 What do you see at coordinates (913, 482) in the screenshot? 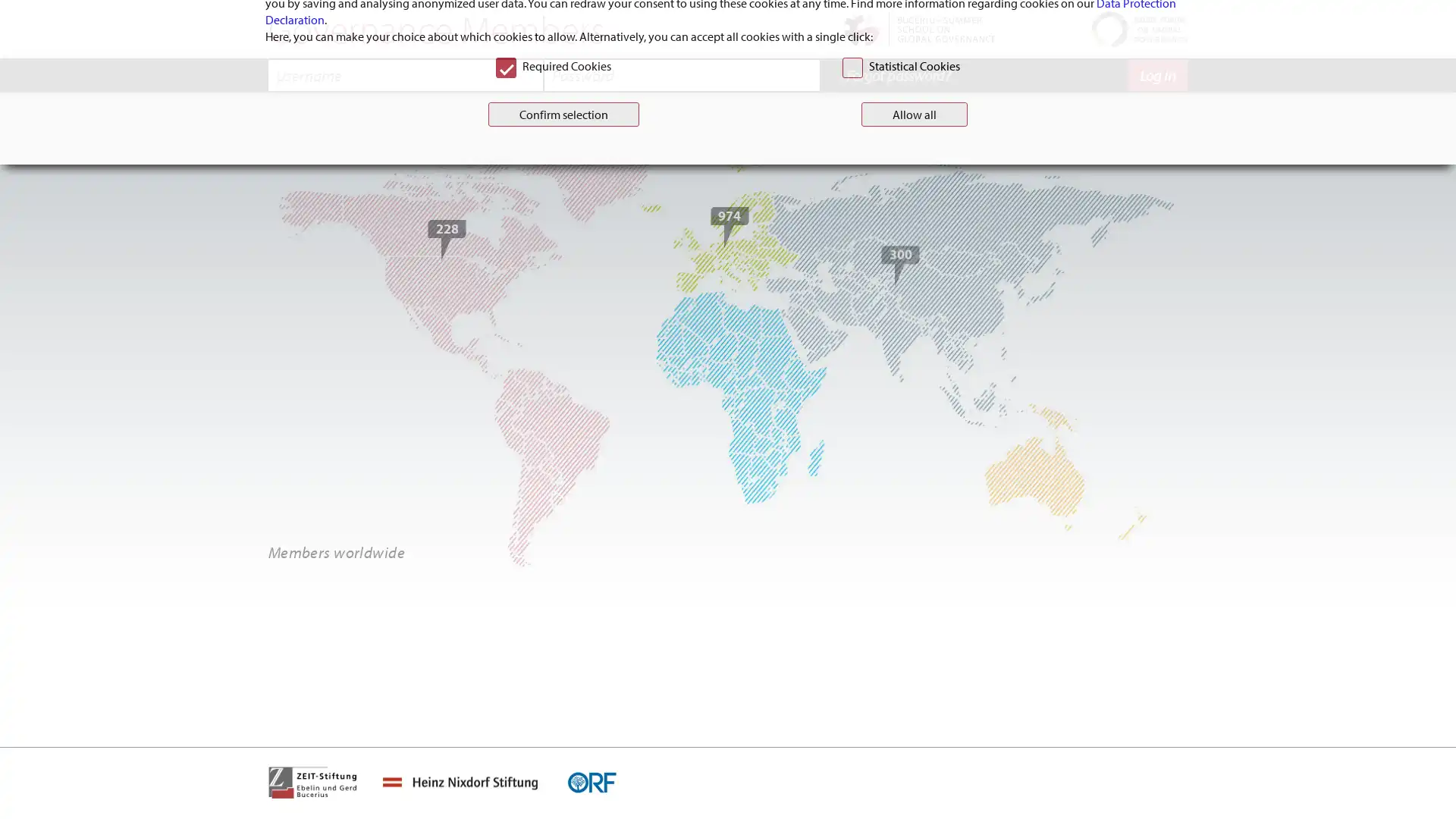
I see `Allow all` at bounding box center [913, 482].